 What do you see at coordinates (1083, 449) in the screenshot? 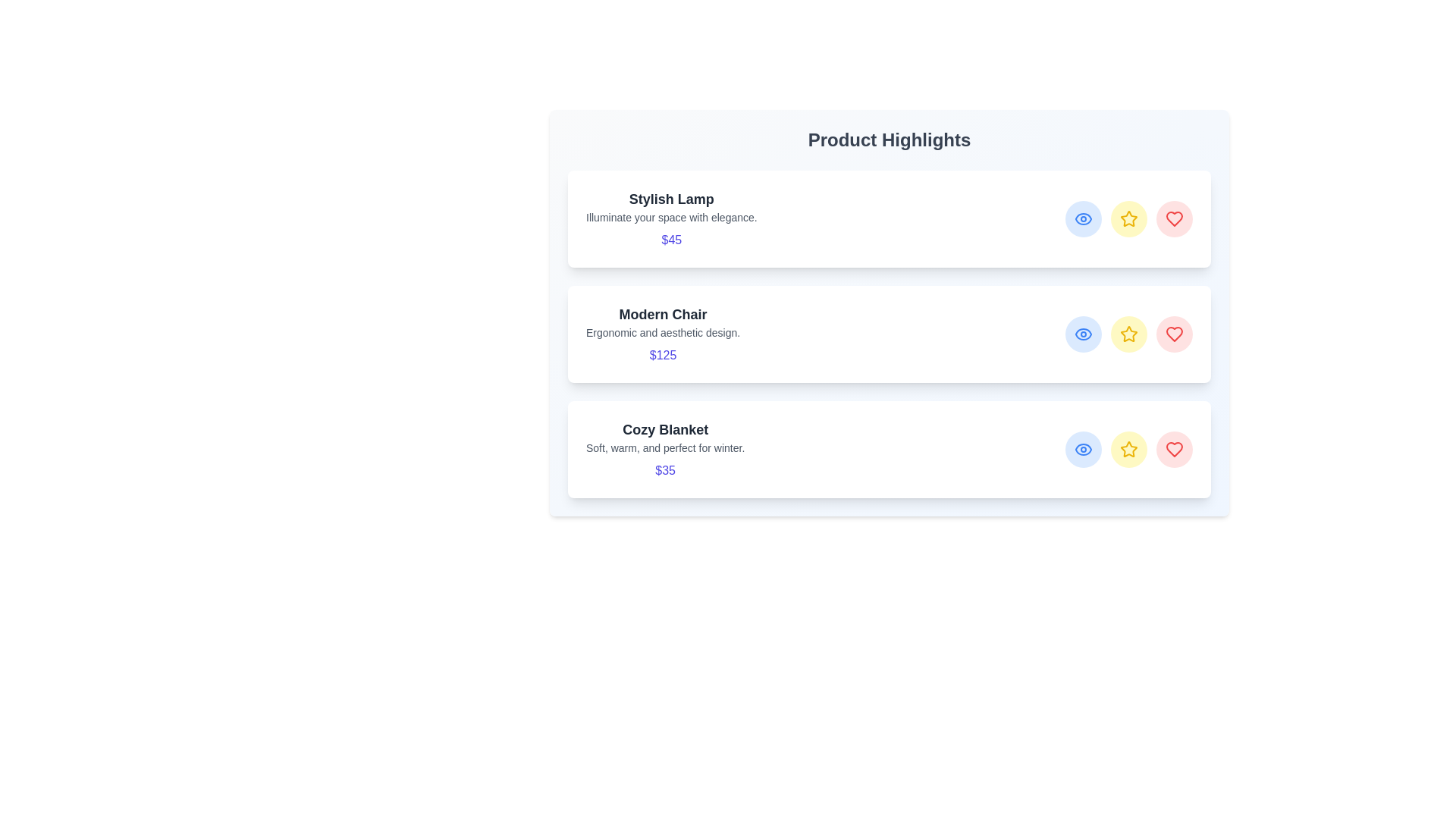
I see `eye icon for the product Cozy Blanket` at bounding box center [1083, 449].